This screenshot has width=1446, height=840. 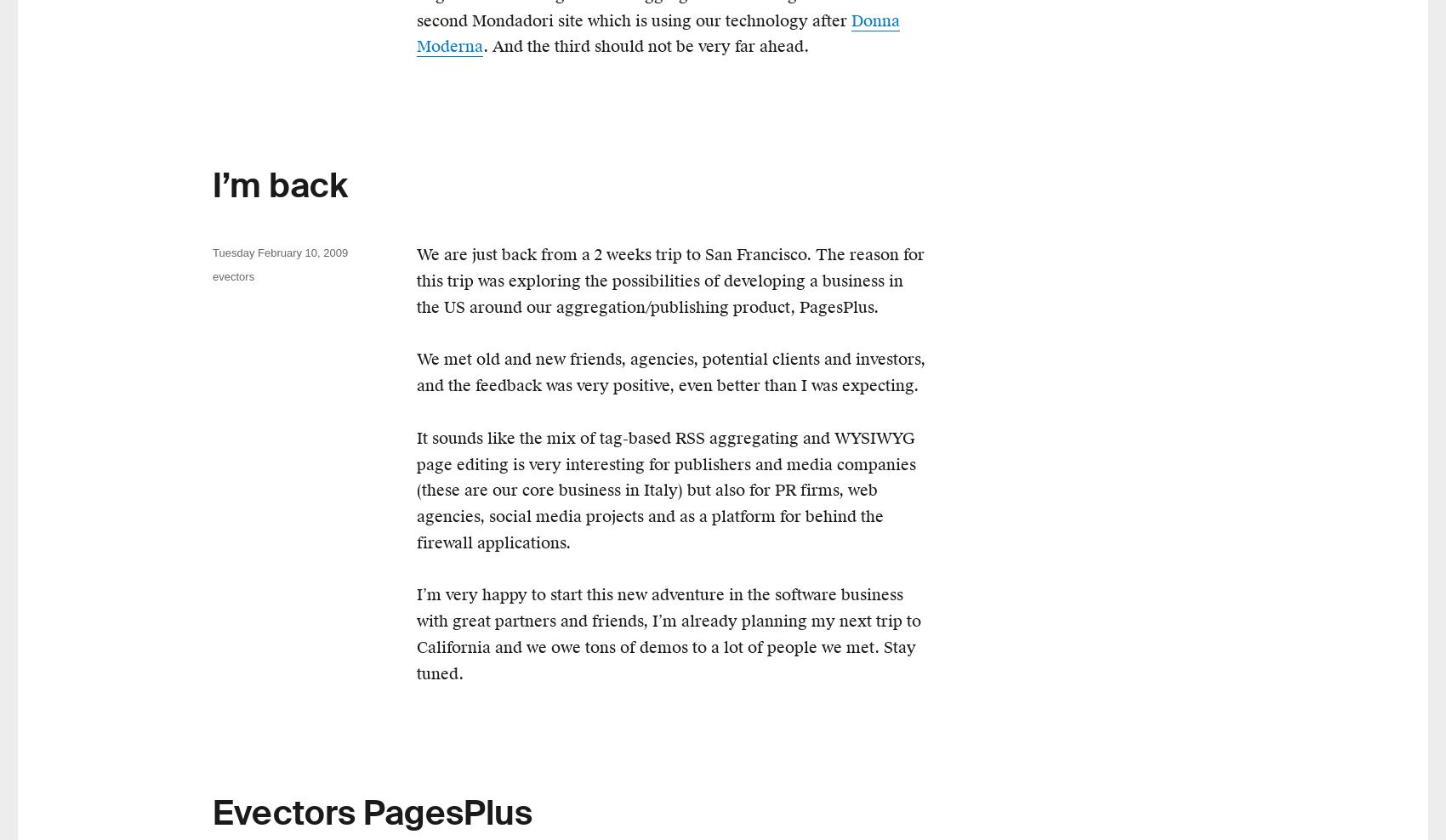 What do you see at coordinates (233, 276) in the screenshot?
I see `'evectors'` at bounding box center [233, 276].